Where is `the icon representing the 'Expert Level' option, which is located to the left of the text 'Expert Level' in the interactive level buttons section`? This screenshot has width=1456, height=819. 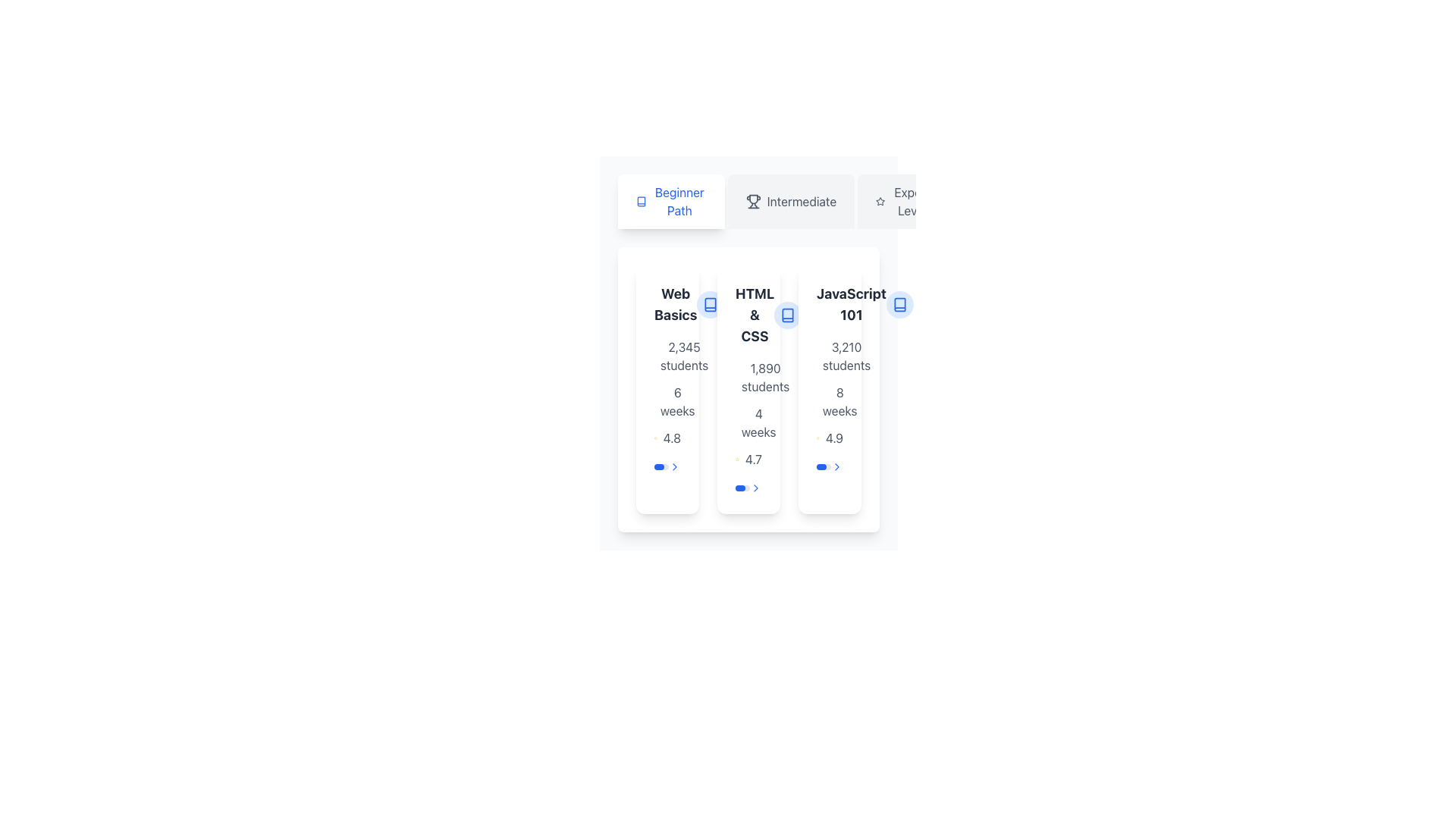
the icon representing the 'Expert Level' option, which is located to the left of the text 'Expert Level' in the interactive level buttons section is located at coordinates (880, 201).